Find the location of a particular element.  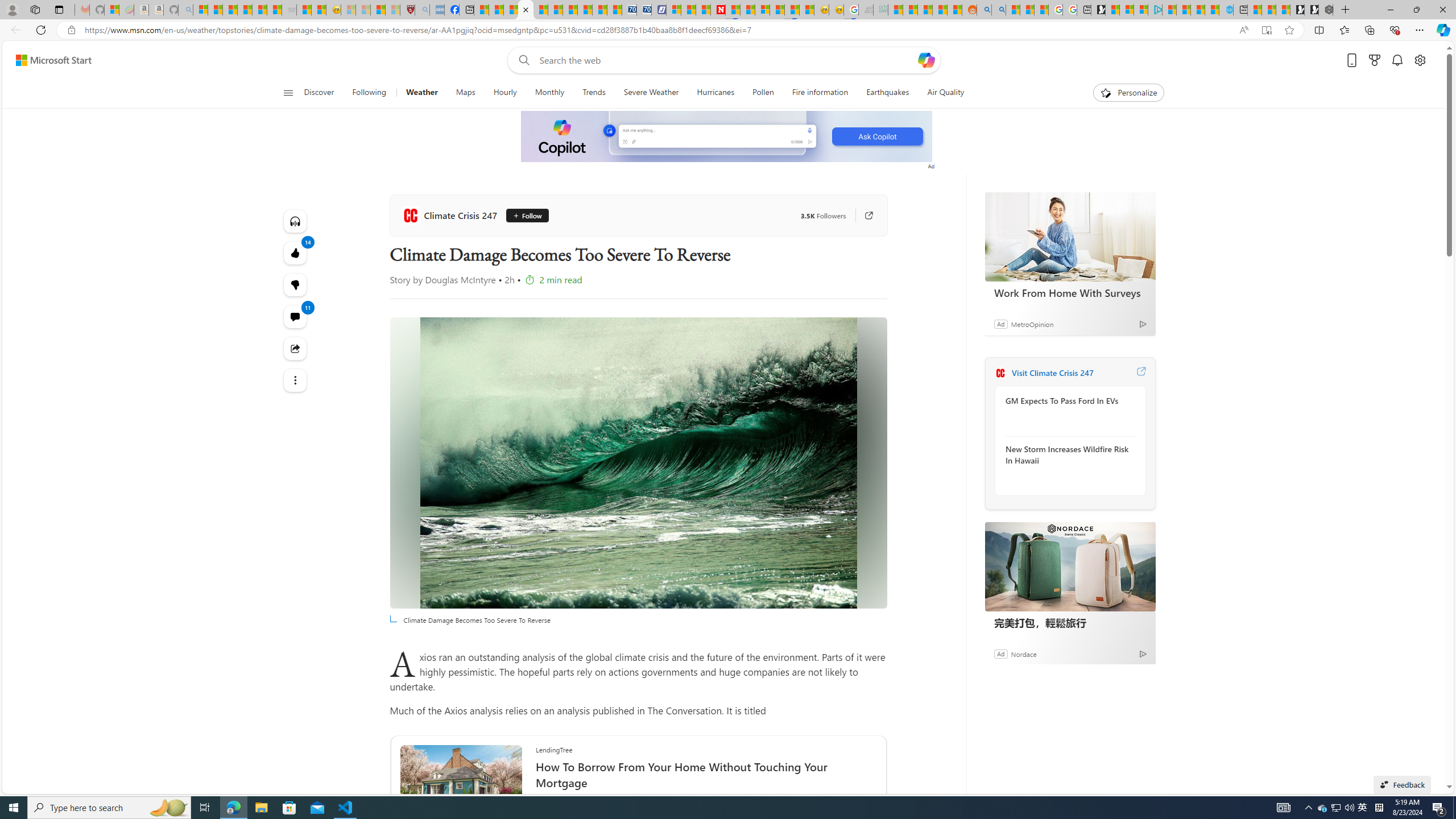

'Earthquakes' is located at coordinates (888, 92).